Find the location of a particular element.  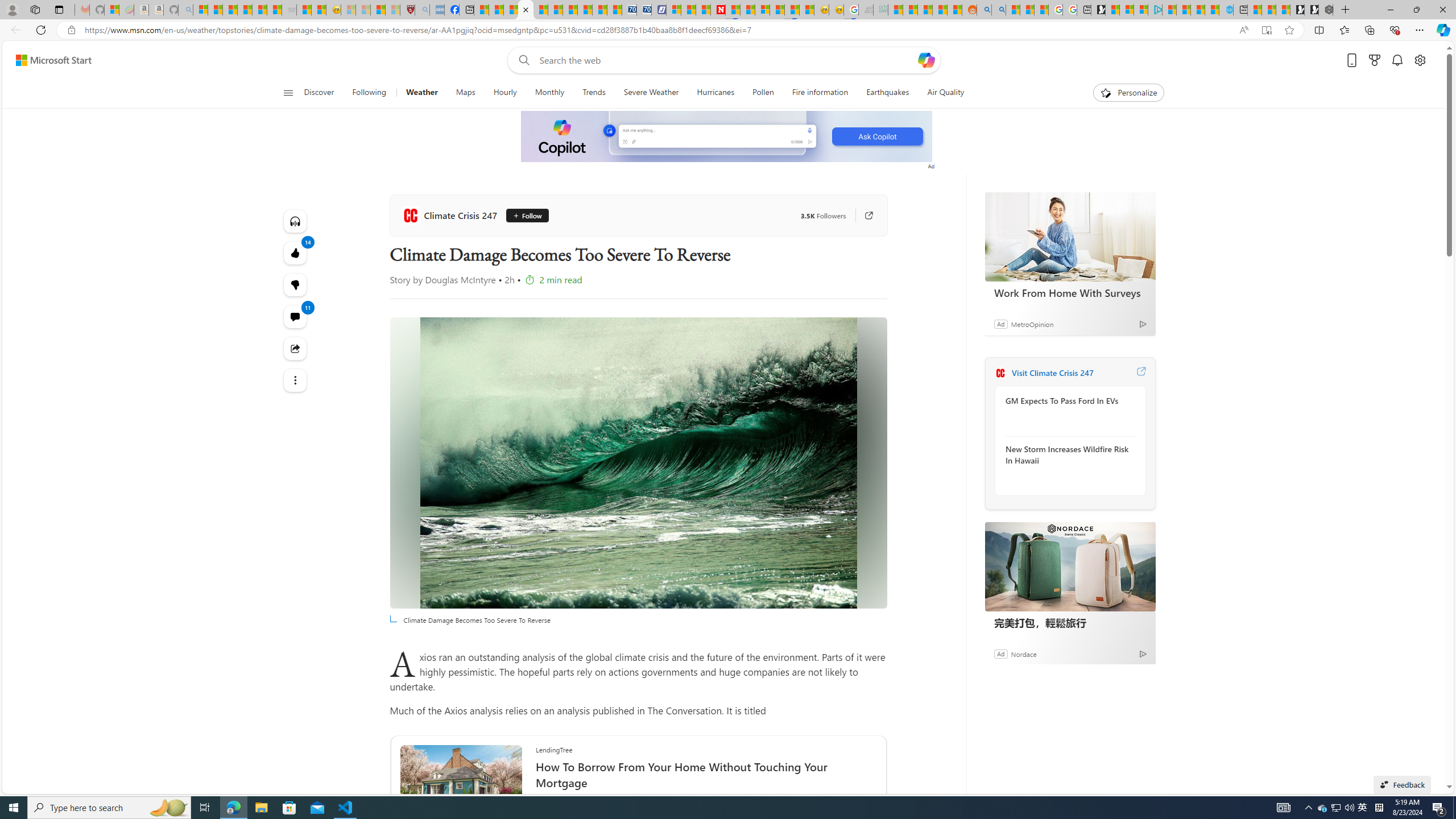

'Earthquakes' is located at coordinates (888, 92).